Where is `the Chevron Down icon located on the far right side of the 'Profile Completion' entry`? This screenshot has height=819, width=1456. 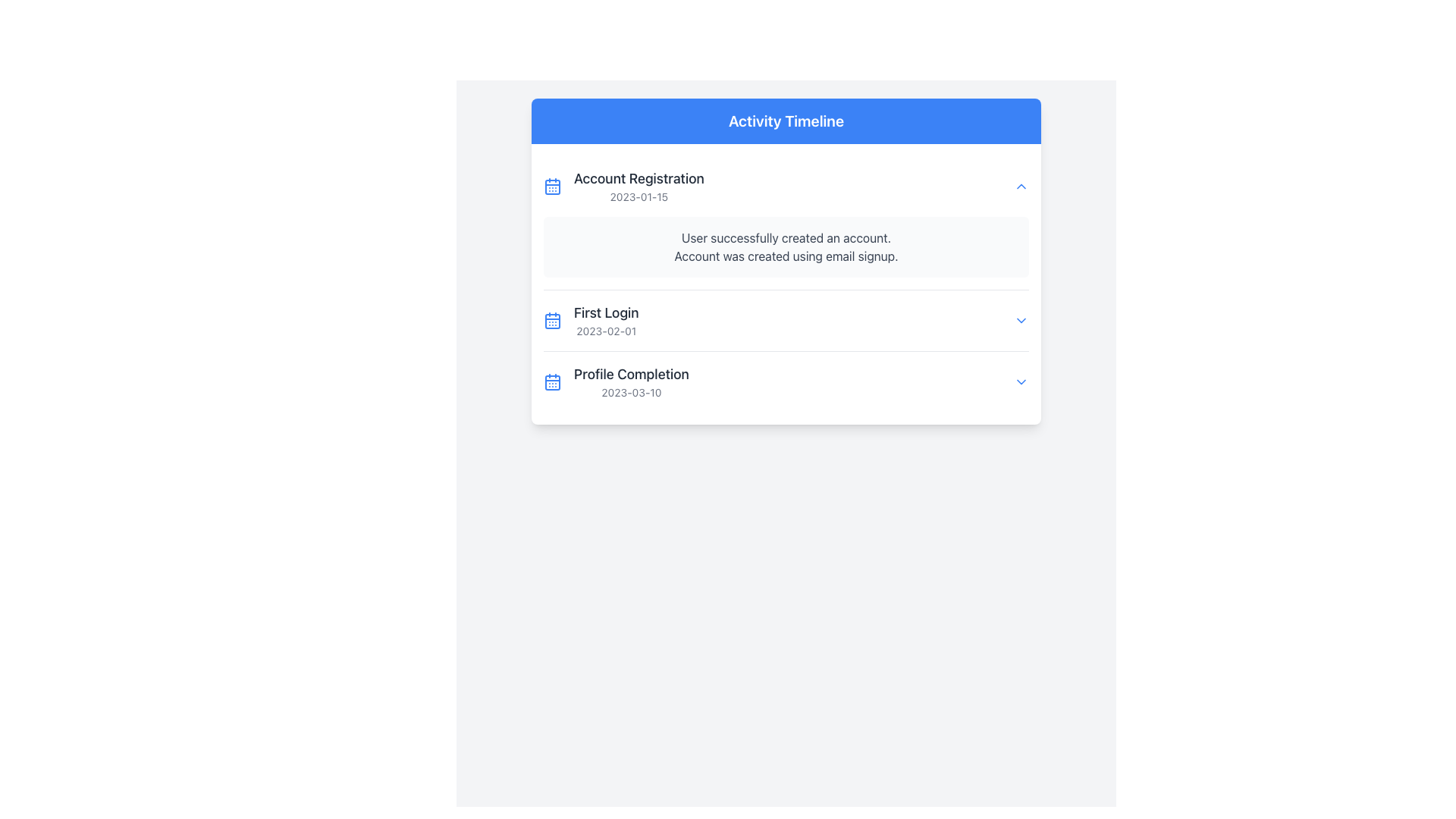
the Chevron Down icon located on the far right side of the 'Profile Completion' entry is located at coordinates (1021, 381).